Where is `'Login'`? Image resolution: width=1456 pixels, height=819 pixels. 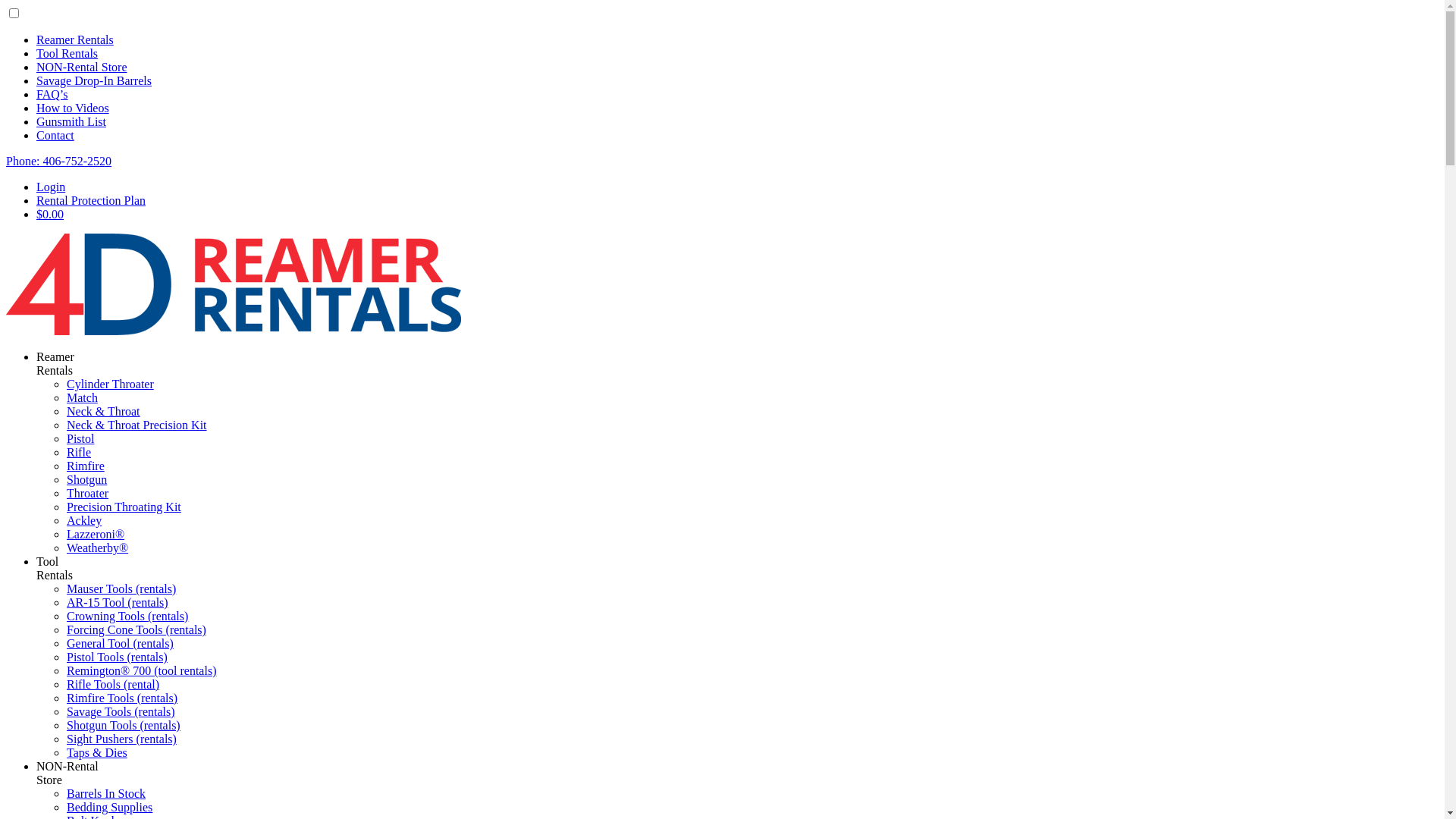 'Login' is located at coordinates (36, 186).